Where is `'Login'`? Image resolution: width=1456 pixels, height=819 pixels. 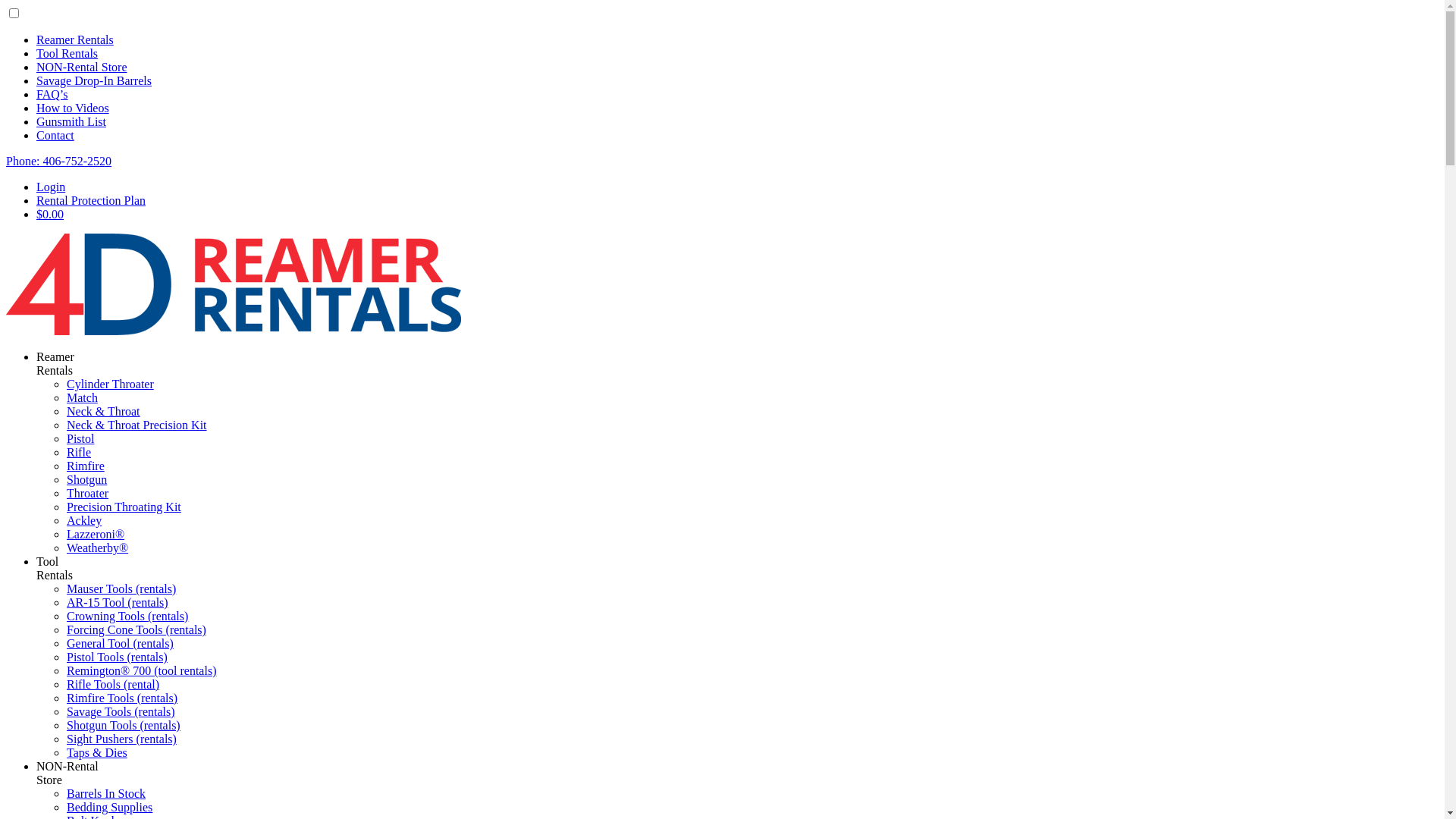 'Login' is located at coordinates (36, 186).